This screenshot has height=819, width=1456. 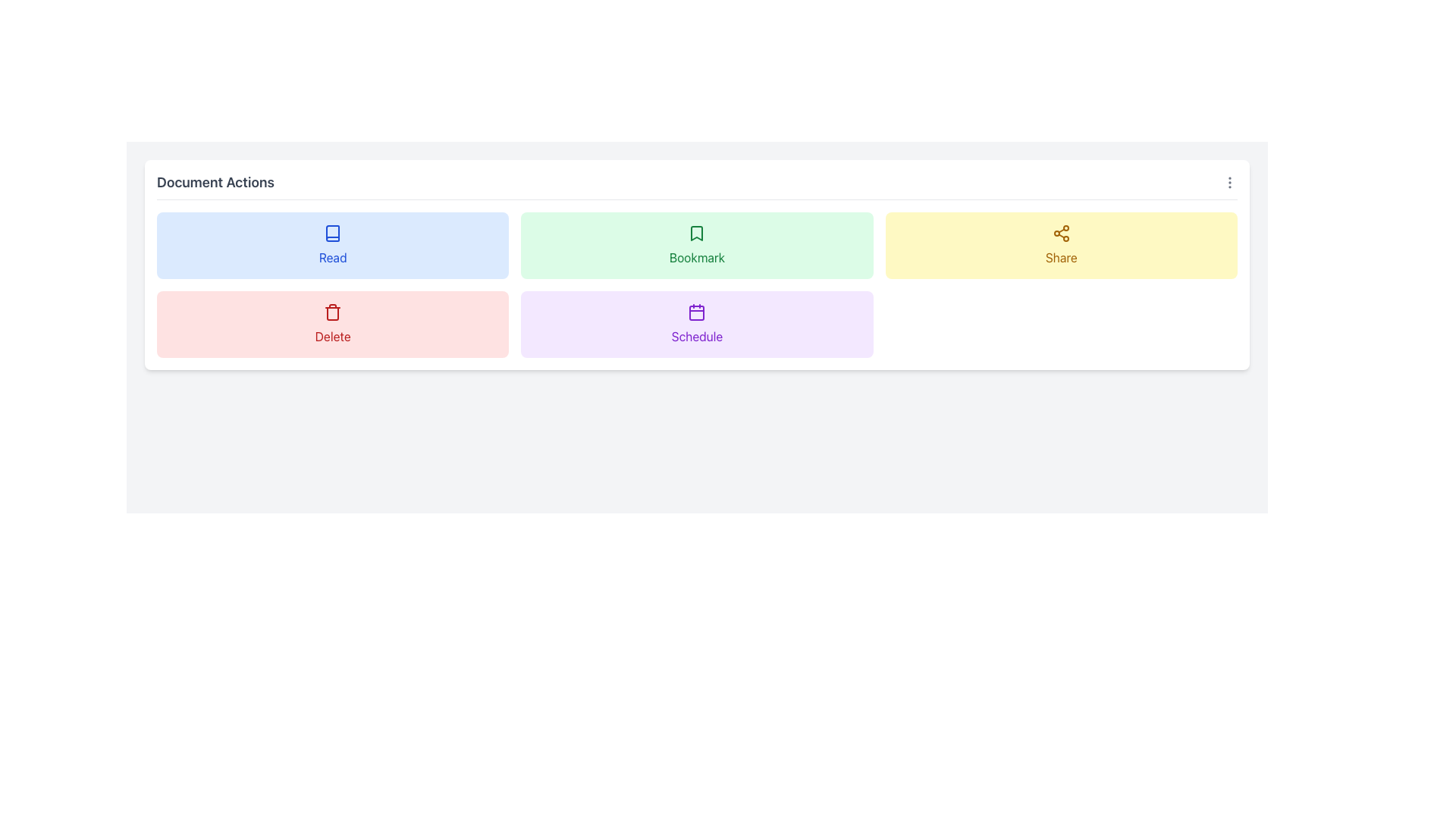 I want to click on the 'Read' icon located in the first card of the 'Document Actions' section, so click(x=332, y=234).